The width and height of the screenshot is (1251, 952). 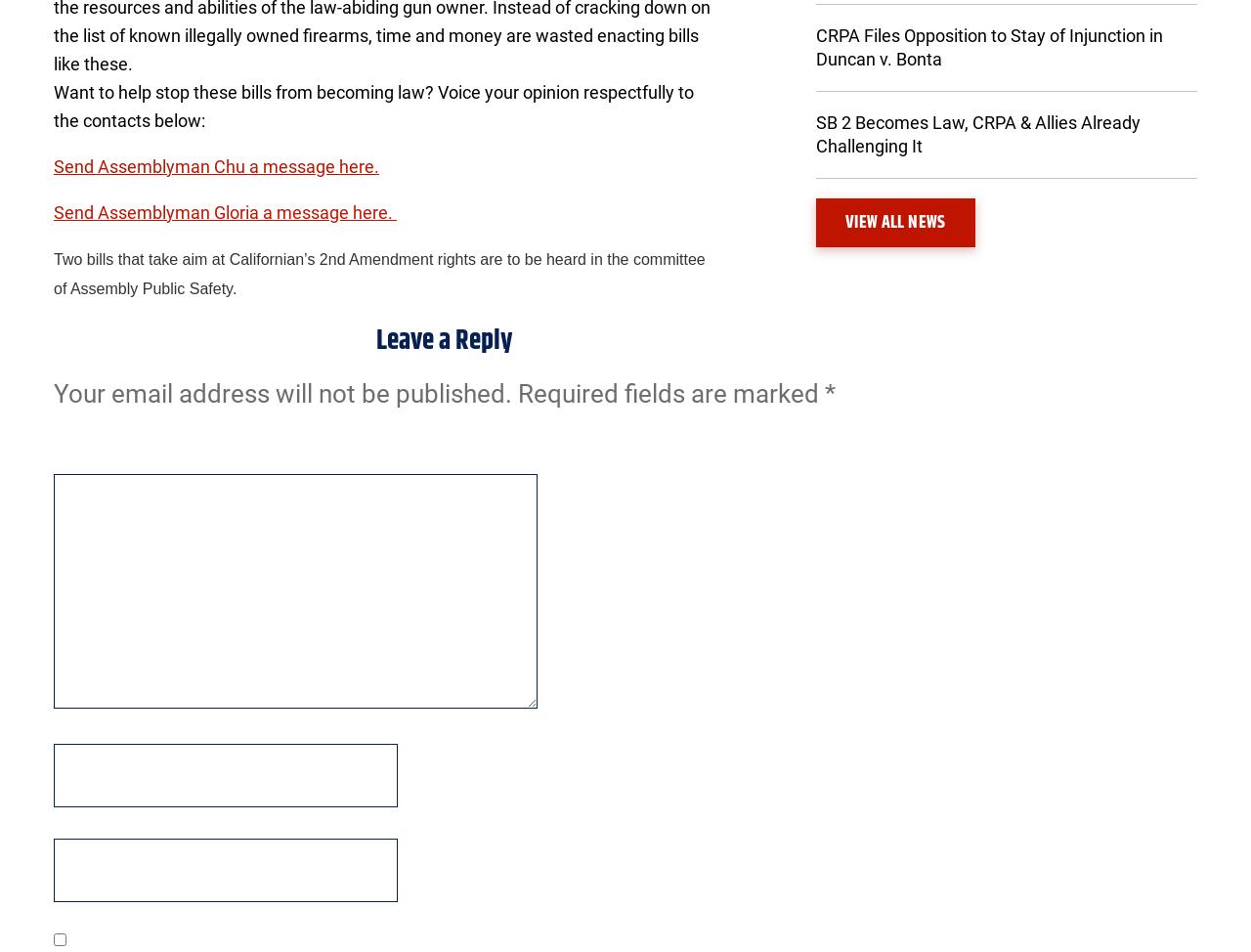 I want to click on 'Two bills that take aim at Californian’s 2nd Amendment rights are to be heard in the committee of Assembly Public Safety.', so click(x=378, y=272).